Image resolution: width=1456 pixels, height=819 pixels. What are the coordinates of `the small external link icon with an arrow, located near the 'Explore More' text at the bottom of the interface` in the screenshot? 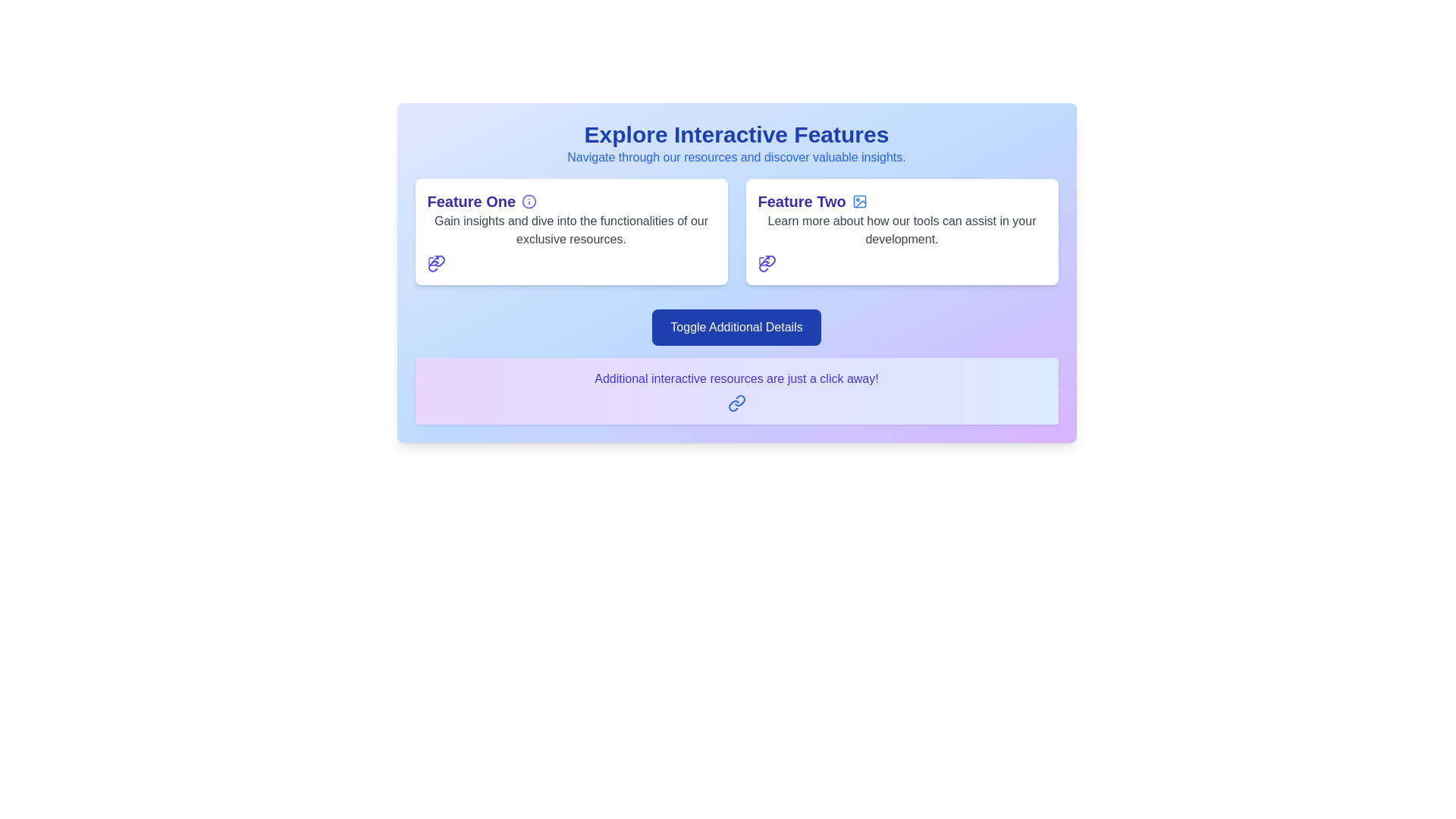 It's located at (764, 259).